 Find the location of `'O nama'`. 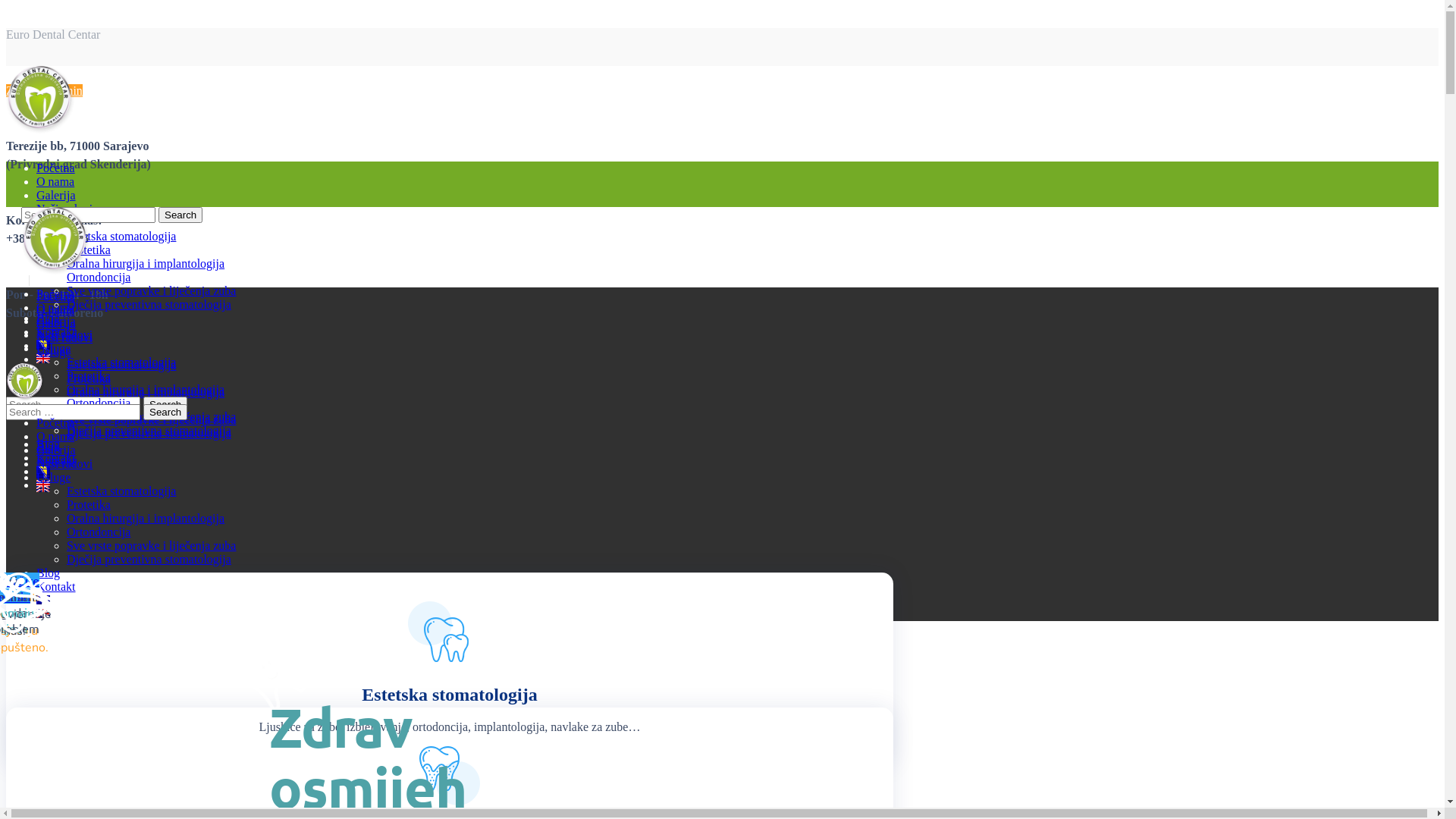

'O nama' is located at coordinates (36, 436).